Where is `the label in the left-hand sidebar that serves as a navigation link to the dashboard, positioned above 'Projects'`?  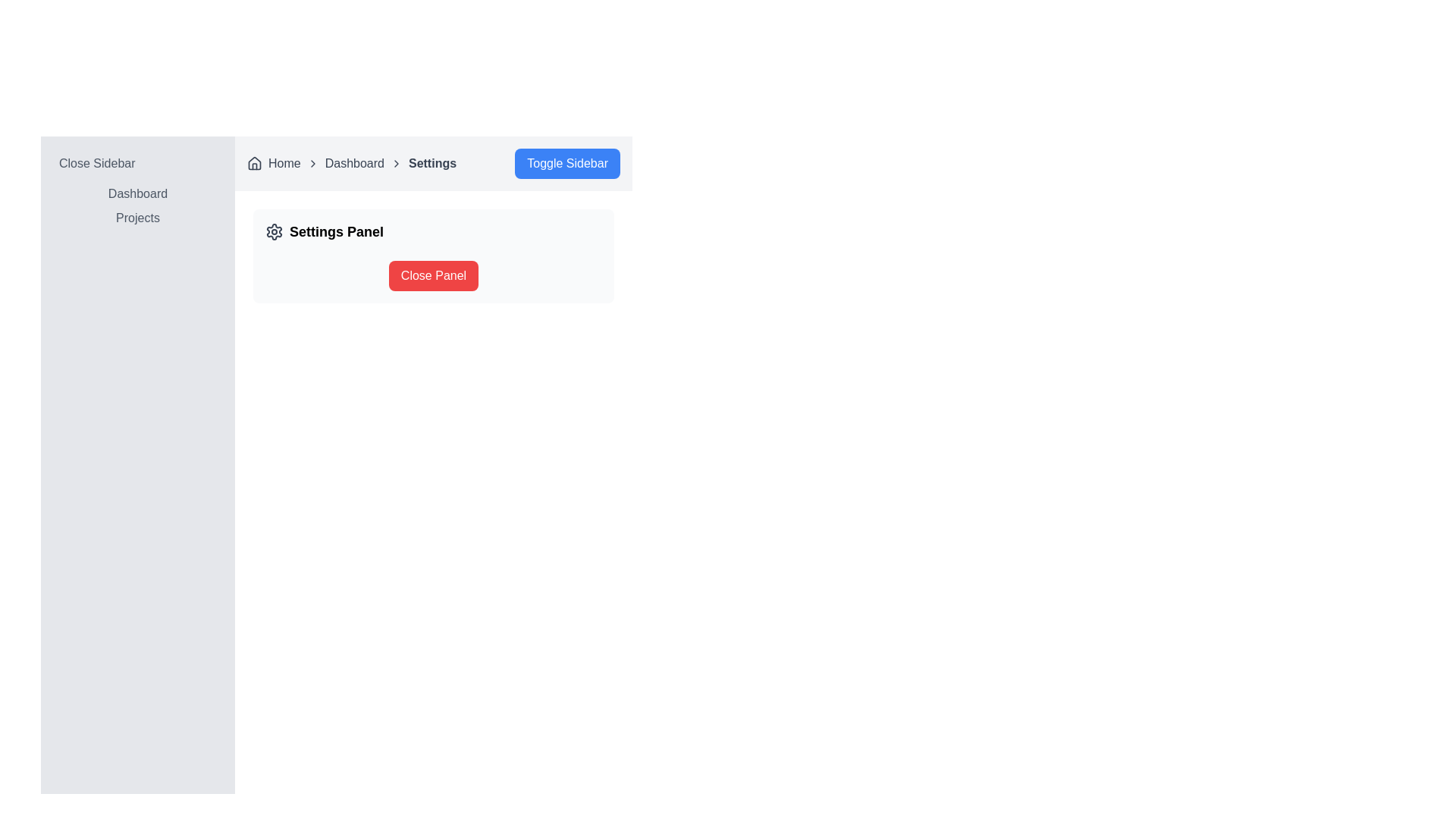
the label in the left-hand sidebar that serves as a navigation link to the dashboard, positioned above 'Projects' is located at coordinates (138, 193).